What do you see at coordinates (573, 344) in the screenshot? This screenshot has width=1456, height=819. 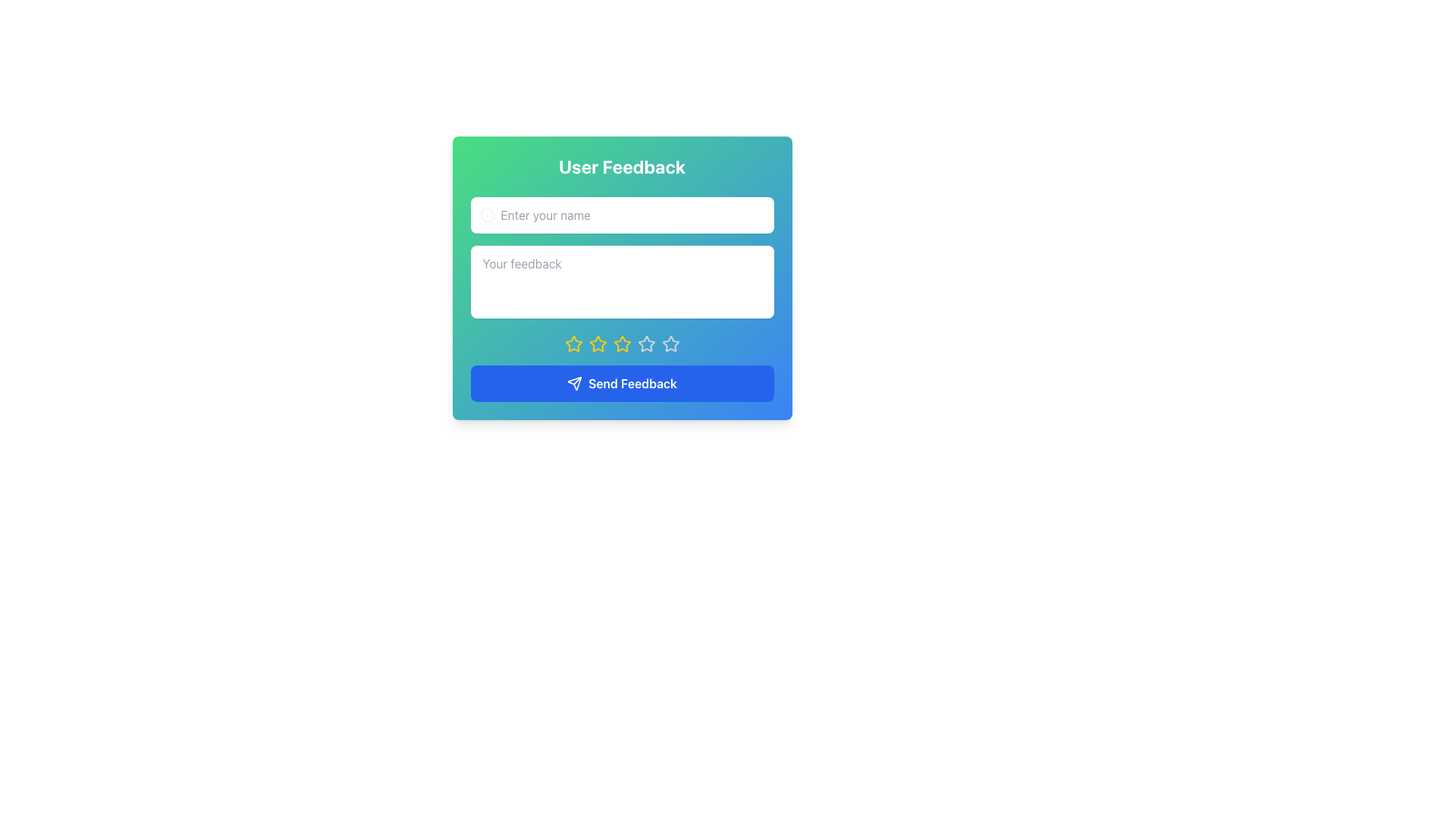 I see `the first yellow-outlined star icon to give a one-star rating in the feedback form` at bounding box center [573, 344].